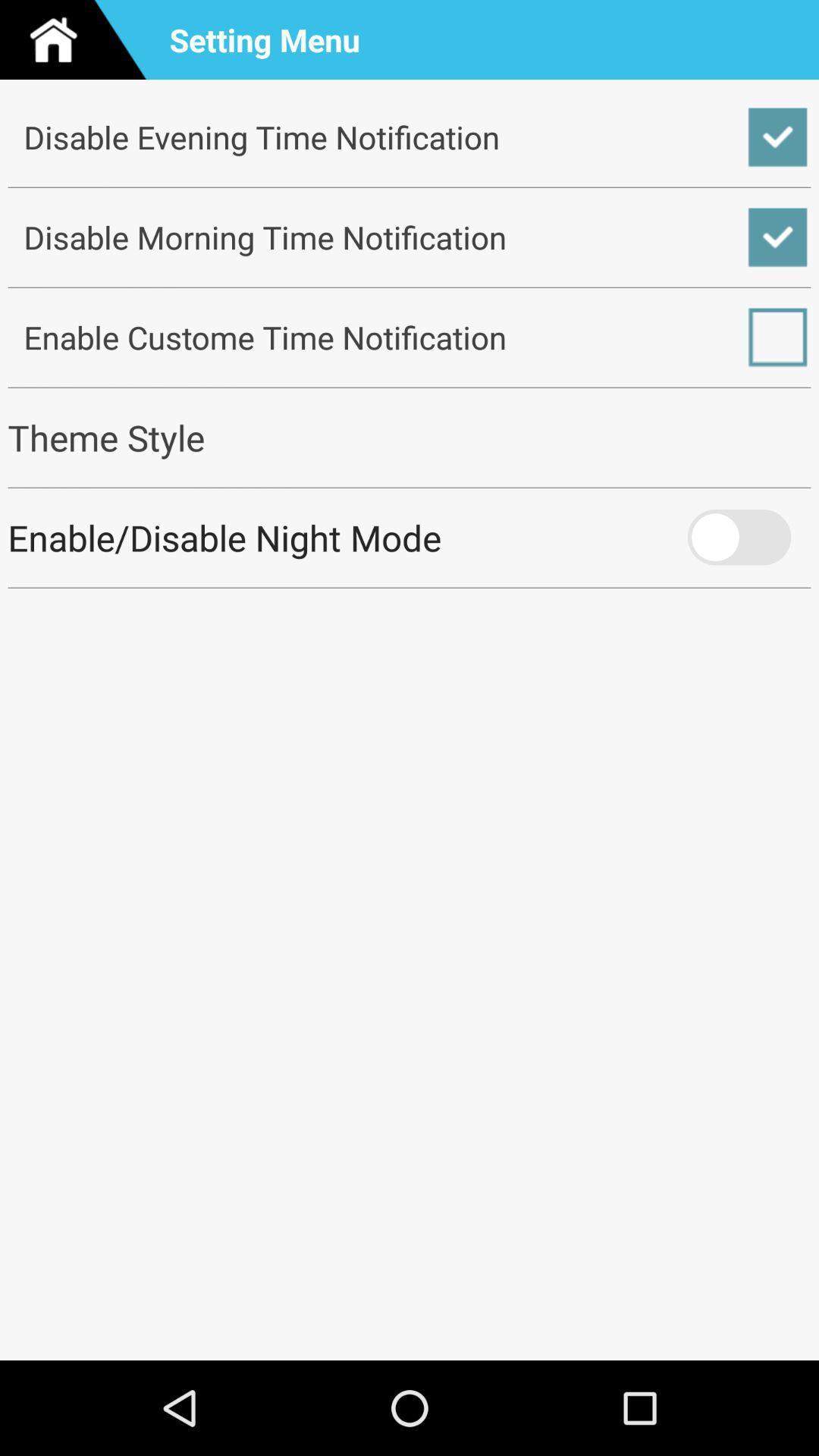 The width and height of the screenshot is (819, 1456). What do you see at coordinates (409, 437) in the screenshot?
I see `the theme style icon` at bounding box center [409, 437].